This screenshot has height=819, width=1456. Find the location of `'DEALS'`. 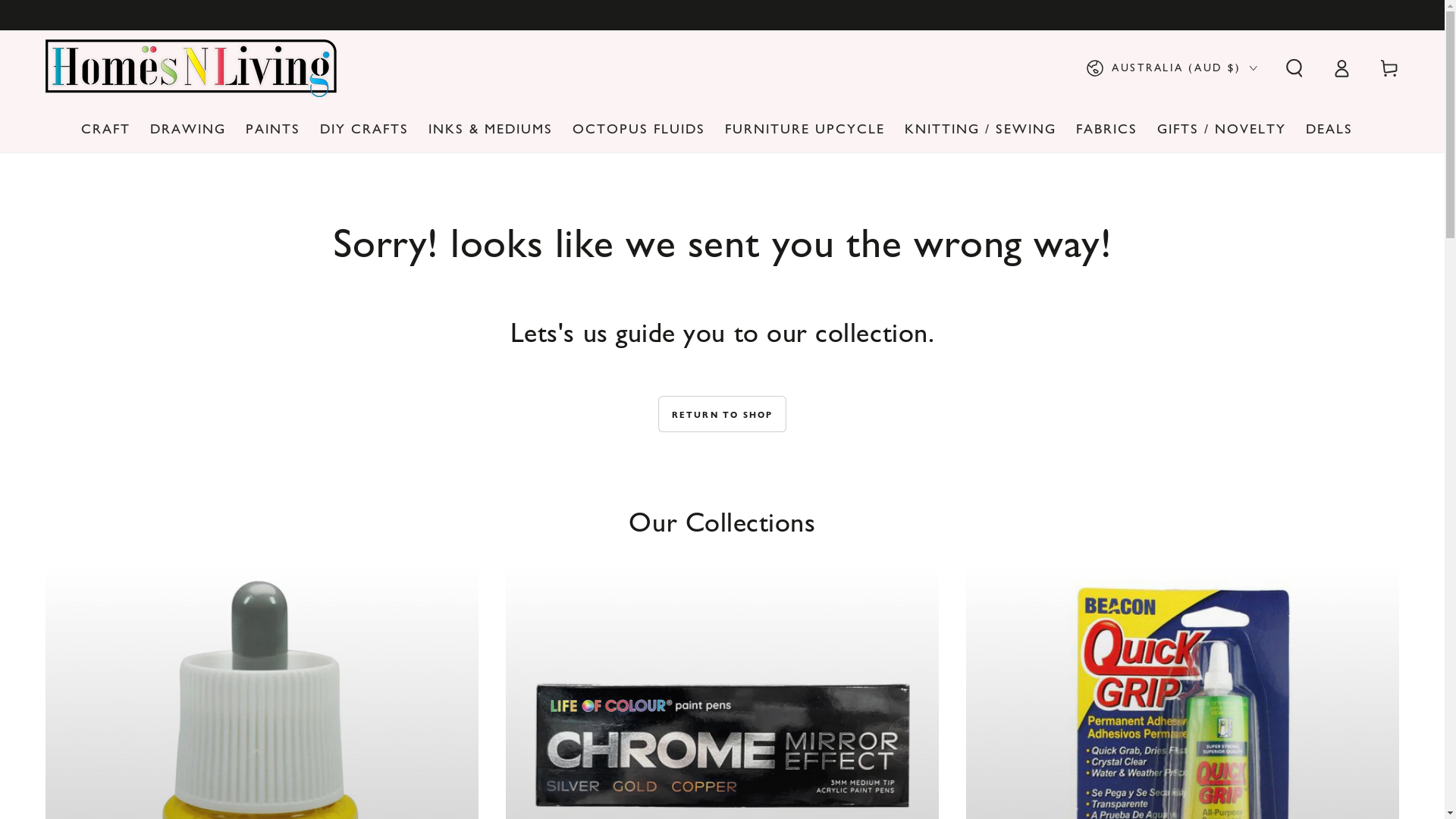

'DEALS' is located at coordinates (1328, 128).